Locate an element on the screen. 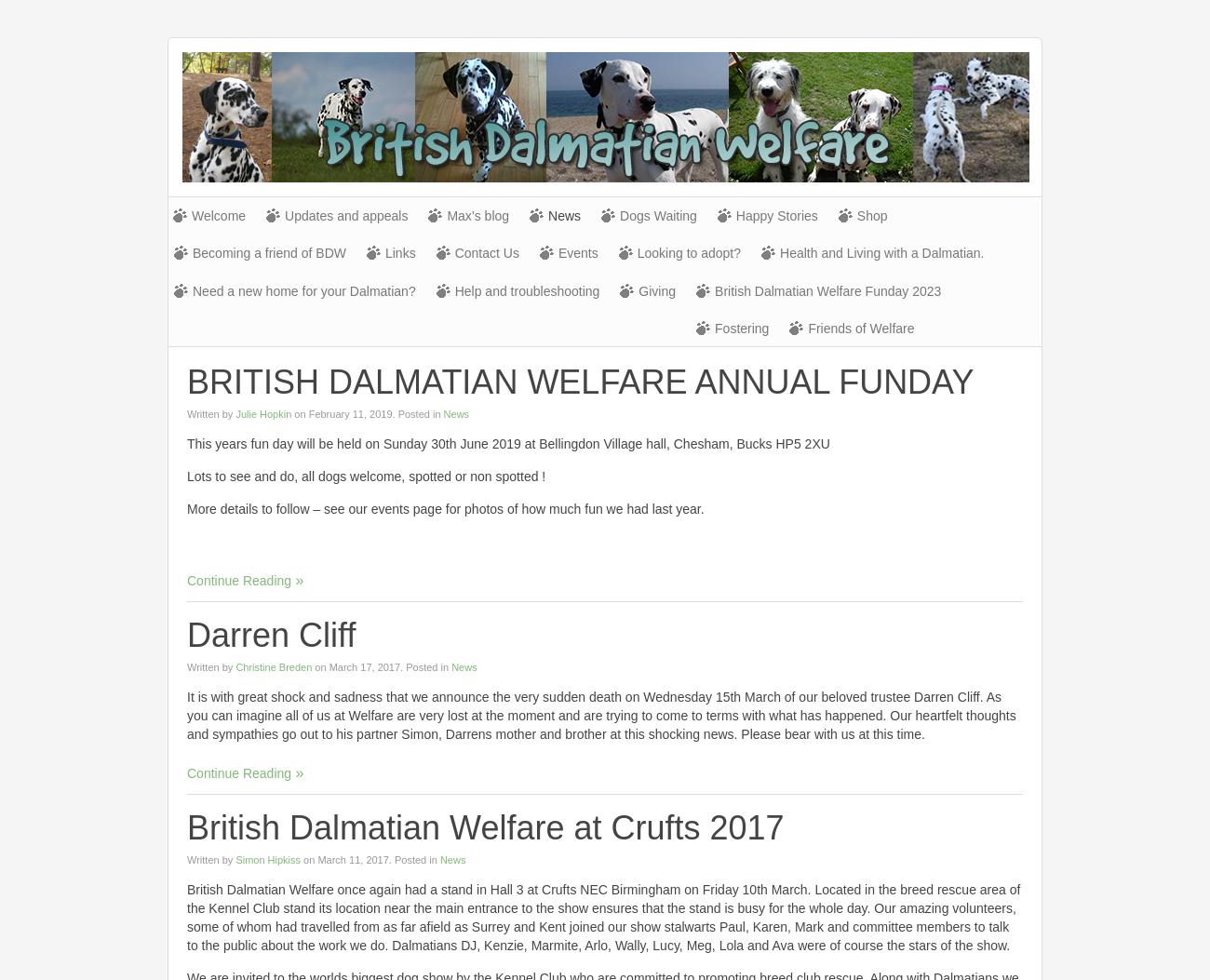  'Shop' is located at coordinates (871, 215).